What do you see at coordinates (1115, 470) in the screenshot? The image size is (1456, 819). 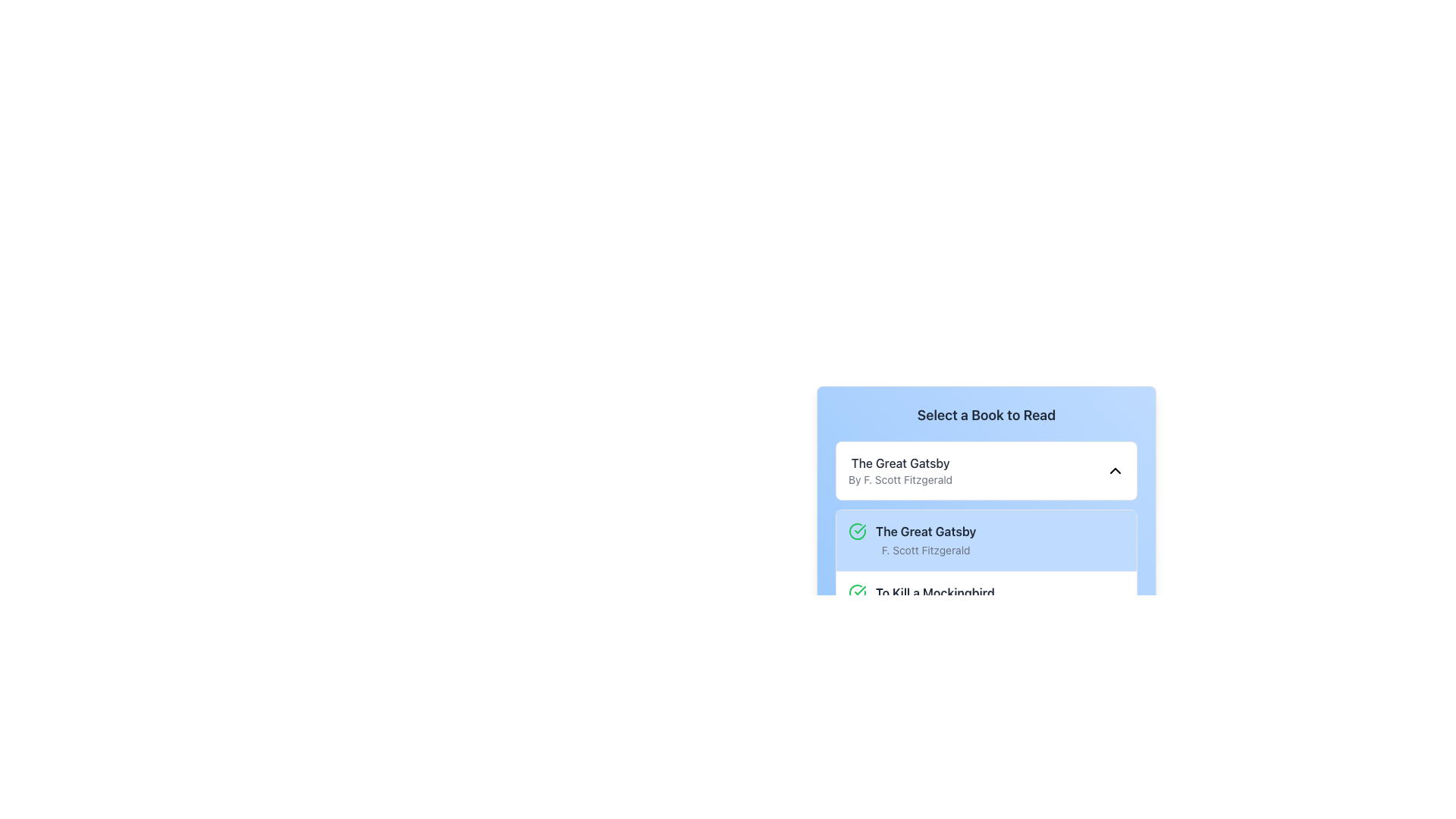 I see `the upward-pointing chevron icon with a black stroke, located at the far right of the card containing the text 'The Great Gatsby By F. Scott Fitzgerald'` at bounding box center [1115, 470].